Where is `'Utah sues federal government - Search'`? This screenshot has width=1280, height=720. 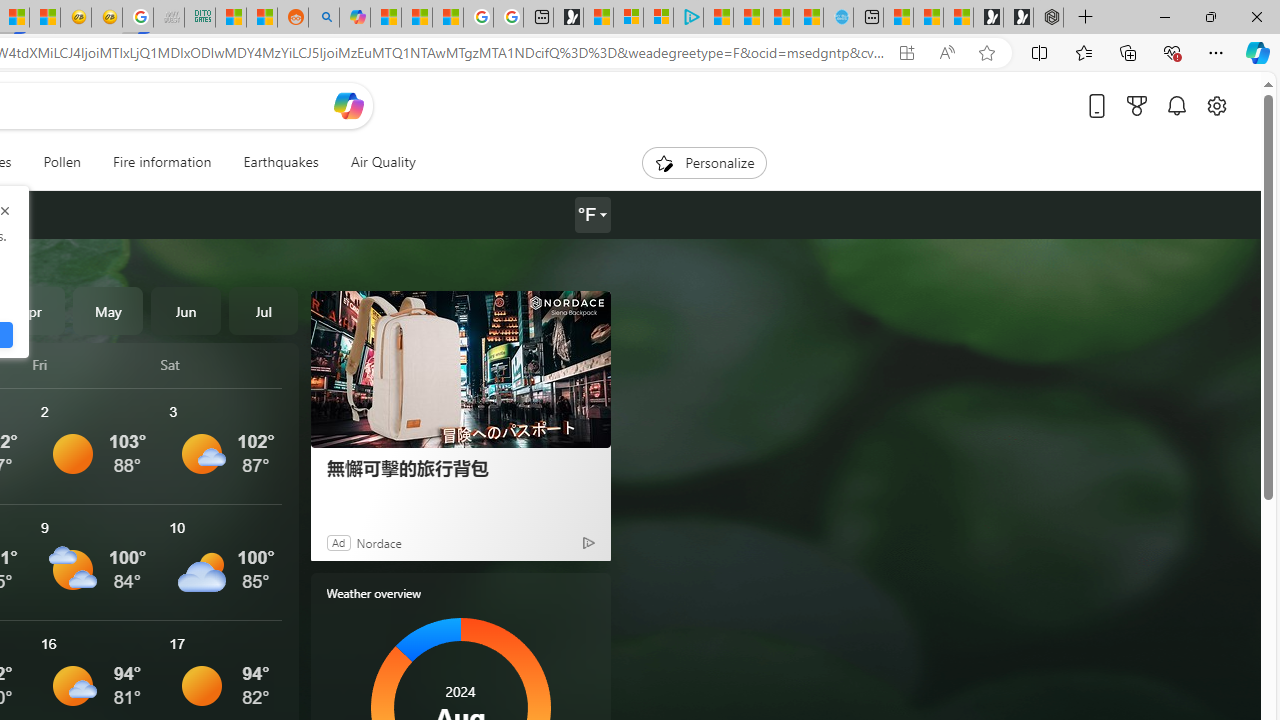 'Utah sues federal government - Search' is located at coordinates (323, 17).